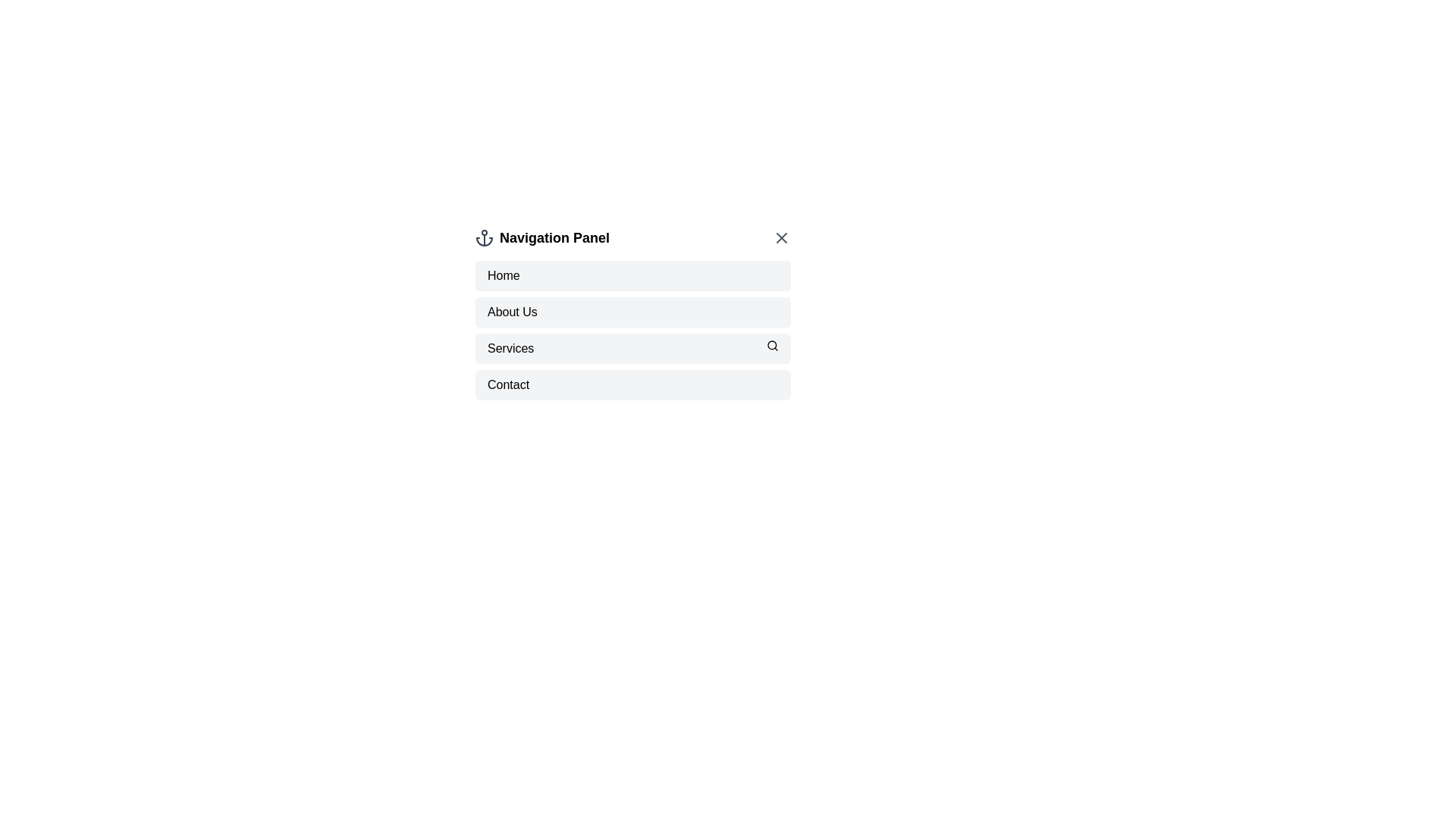 Image resolution: width=1456 pixels, height=819 pixels. Describe the element at coordinates (508, 384) in the screenshot. I see `the text label of the fourth button in the vertical navigation menu panel, which indicates the button's purpose` at that location.